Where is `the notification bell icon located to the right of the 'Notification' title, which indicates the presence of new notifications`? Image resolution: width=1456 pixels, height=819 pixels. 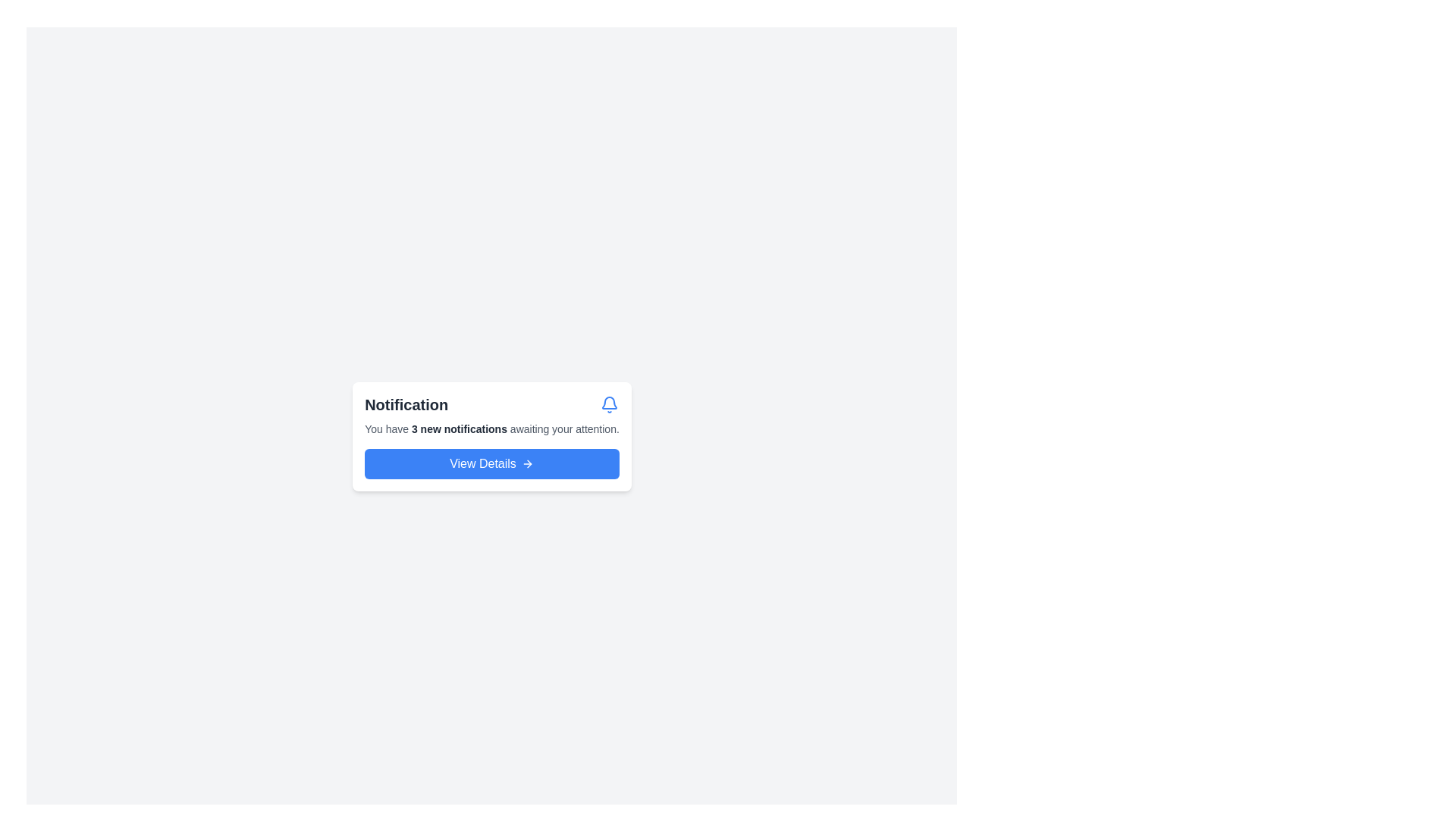 the notification bell icon located to the right of the 'Notification' title, which indicates the presence of new notifications is located at coordinates (610, 403).